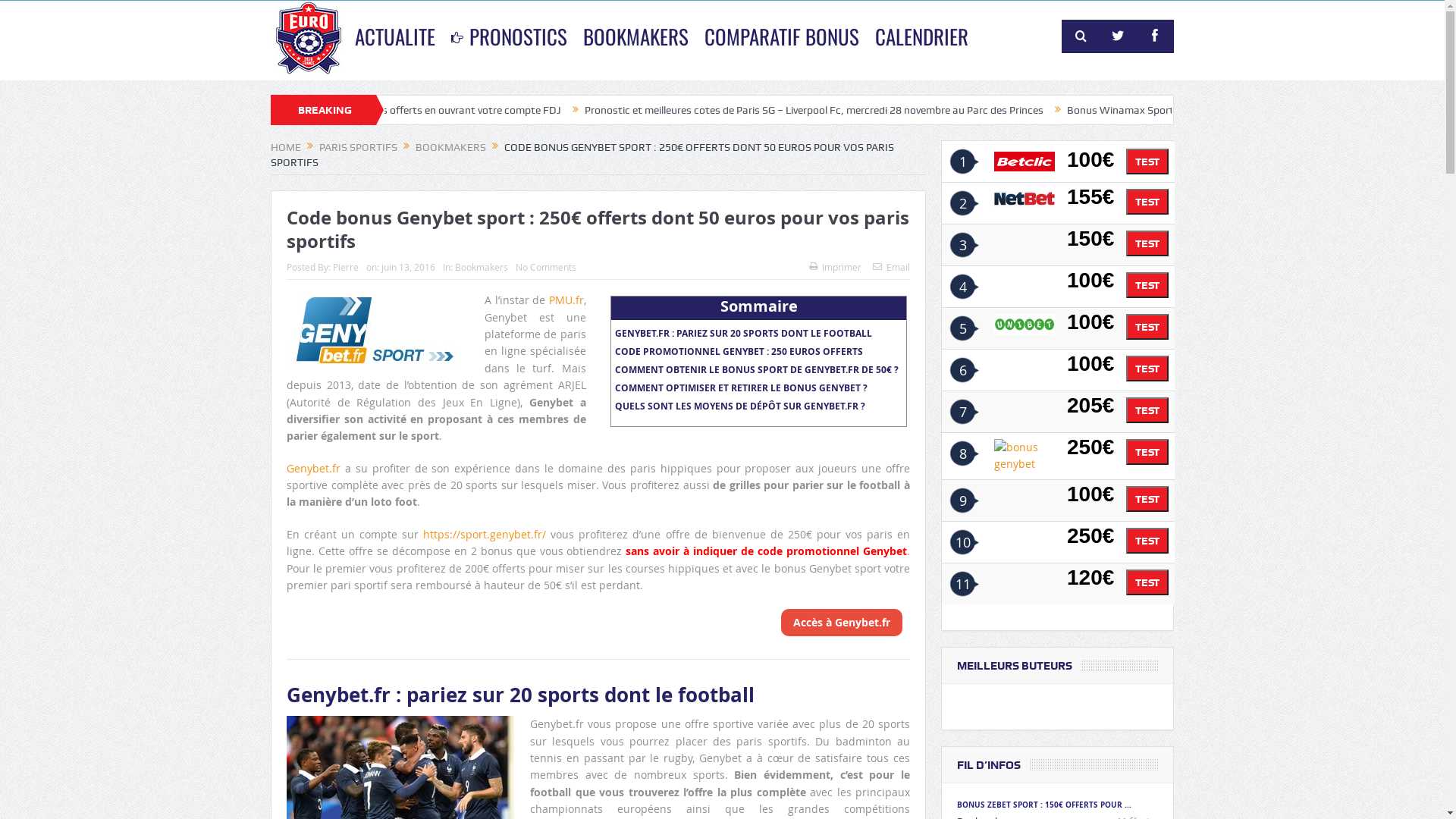 The height and width of the screenshot is (819, 1456). I want to click on 'PARIS SPORTIFS', so click(357, 146).